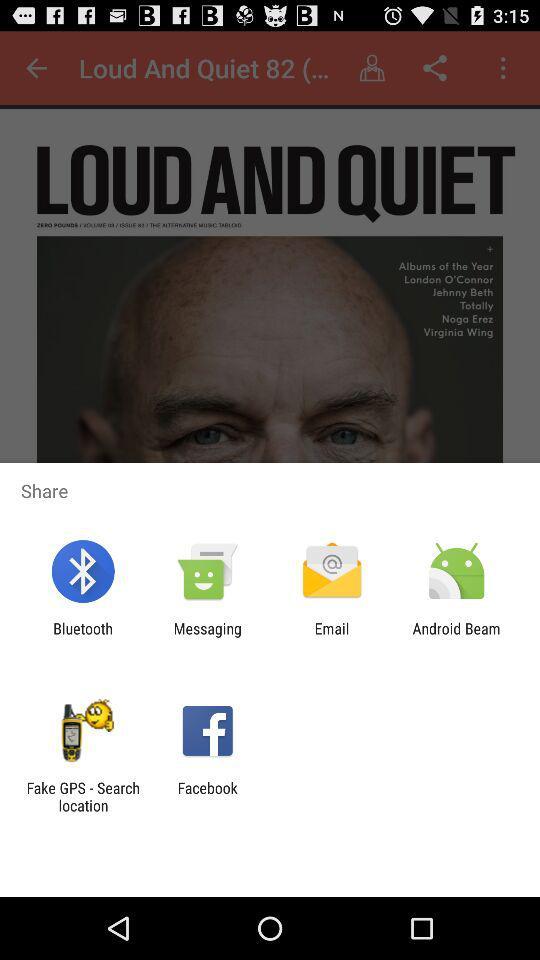  What do you see at coordinates (456, 636) in the screenshot?
I see `the android beam app` at bounding box center [456, 636].